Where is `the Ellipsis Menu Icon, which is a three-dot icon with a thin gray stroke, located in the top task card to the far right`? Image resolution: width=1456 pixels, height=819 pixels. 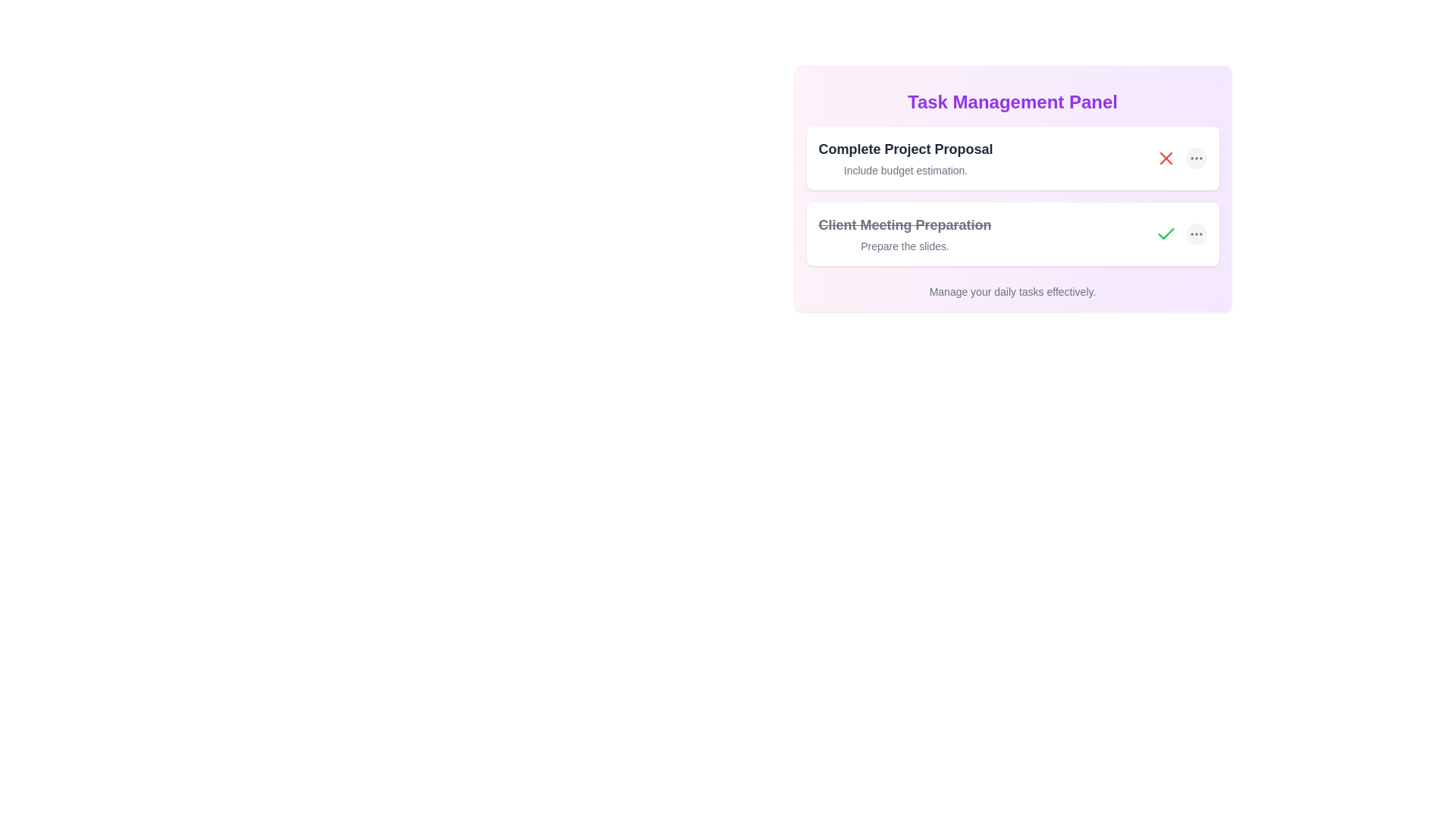 the Ellipsis Menu Icon, which is a three-dot icon with a thin gray stroke, located in the top task card to the far right is located at coordinates (1195, 234).